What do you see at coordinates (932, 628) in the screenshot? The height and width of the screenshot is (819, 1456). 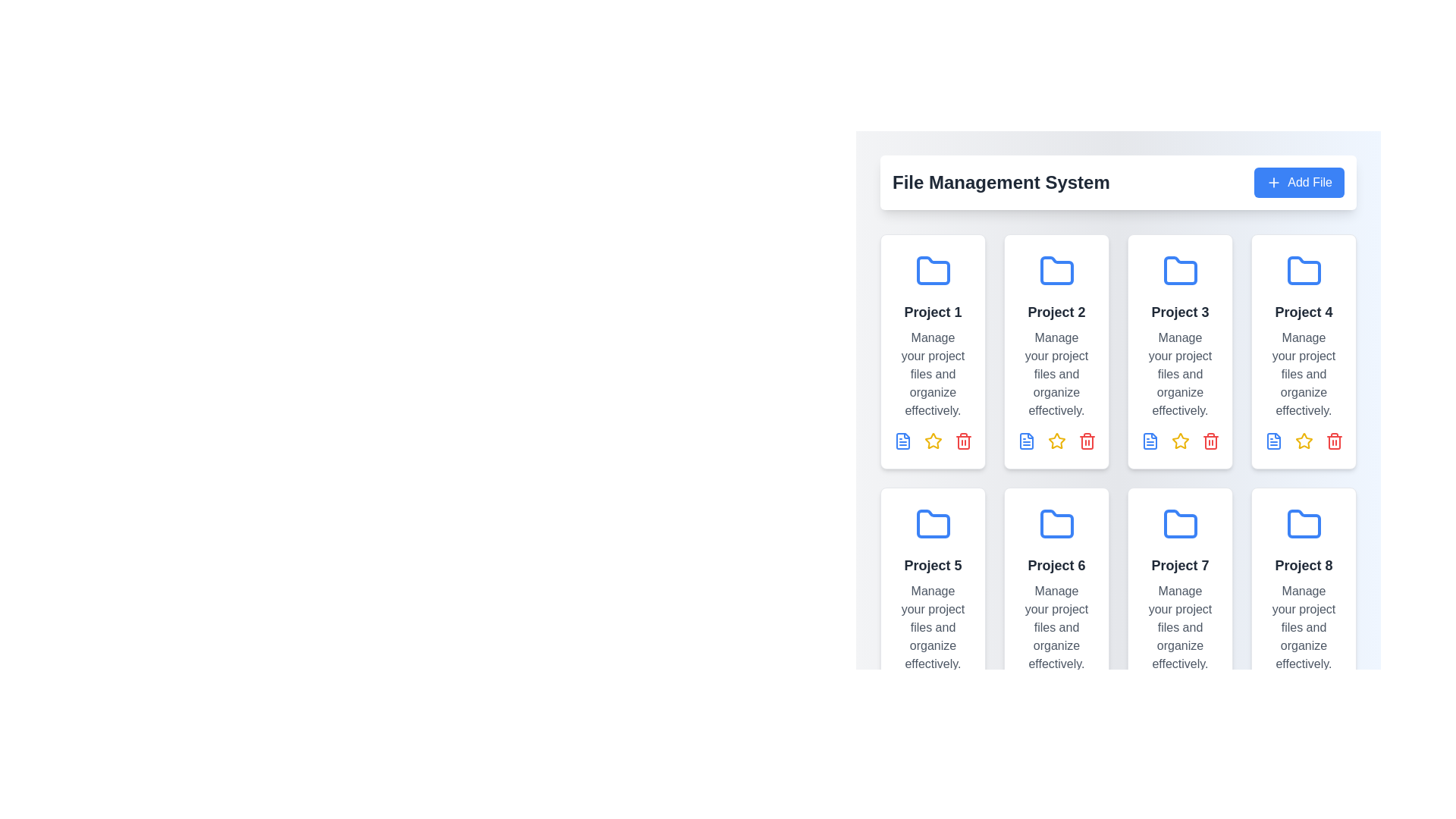 I see `the descriptive text element located under the heading 'Project 5' in the fifth project card, which summarizes the purpose of the project` at bounding box center [932, 628].